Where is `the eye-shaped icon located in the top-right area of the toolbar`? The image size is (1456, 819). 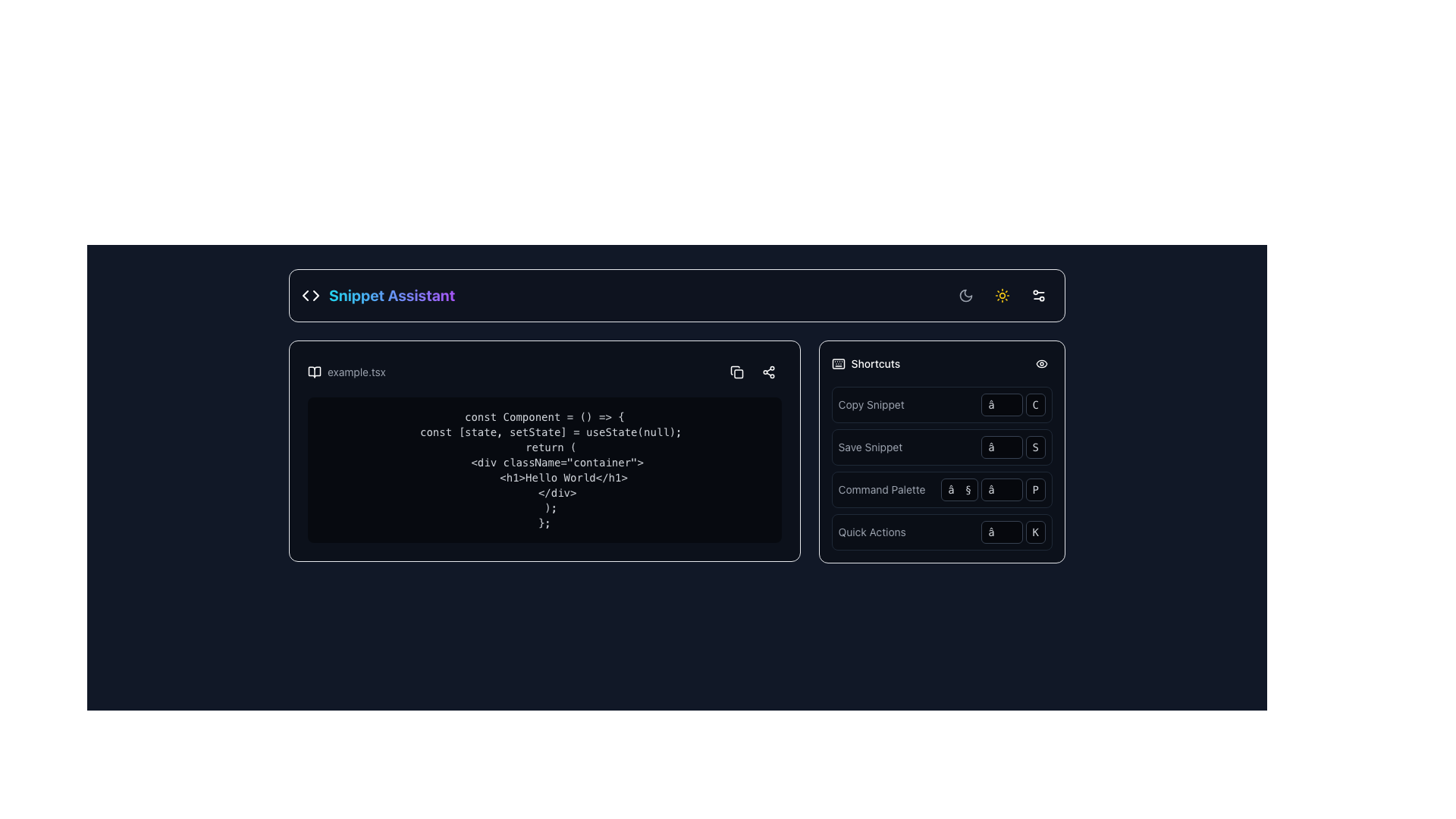 the eye-shaped icon located in the top-right area of the toolbar is located at coordinates (1040, 363).